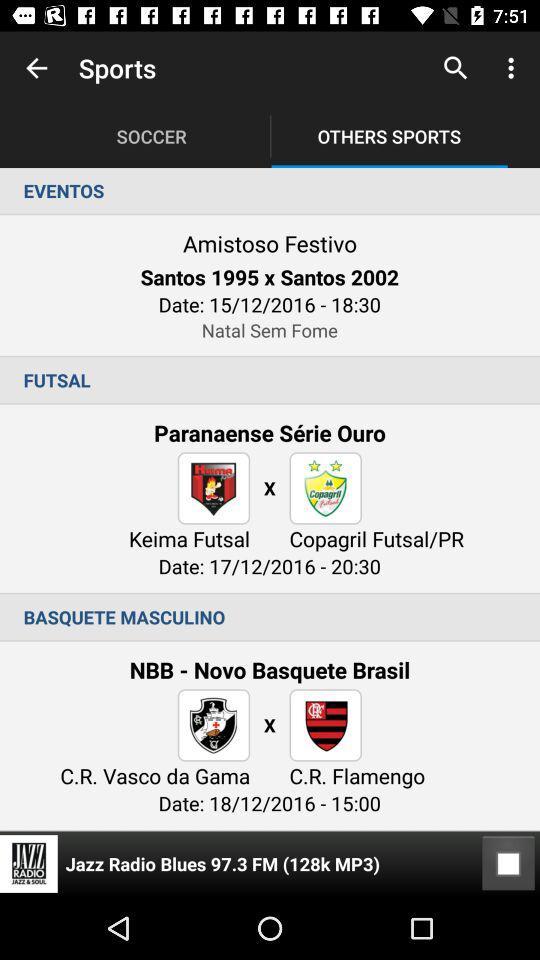 This screenshot has width=540, height=960. Describe the element at coordinates (36, 68) in the screenshot. I see `the icon above eventos icon` at that location.